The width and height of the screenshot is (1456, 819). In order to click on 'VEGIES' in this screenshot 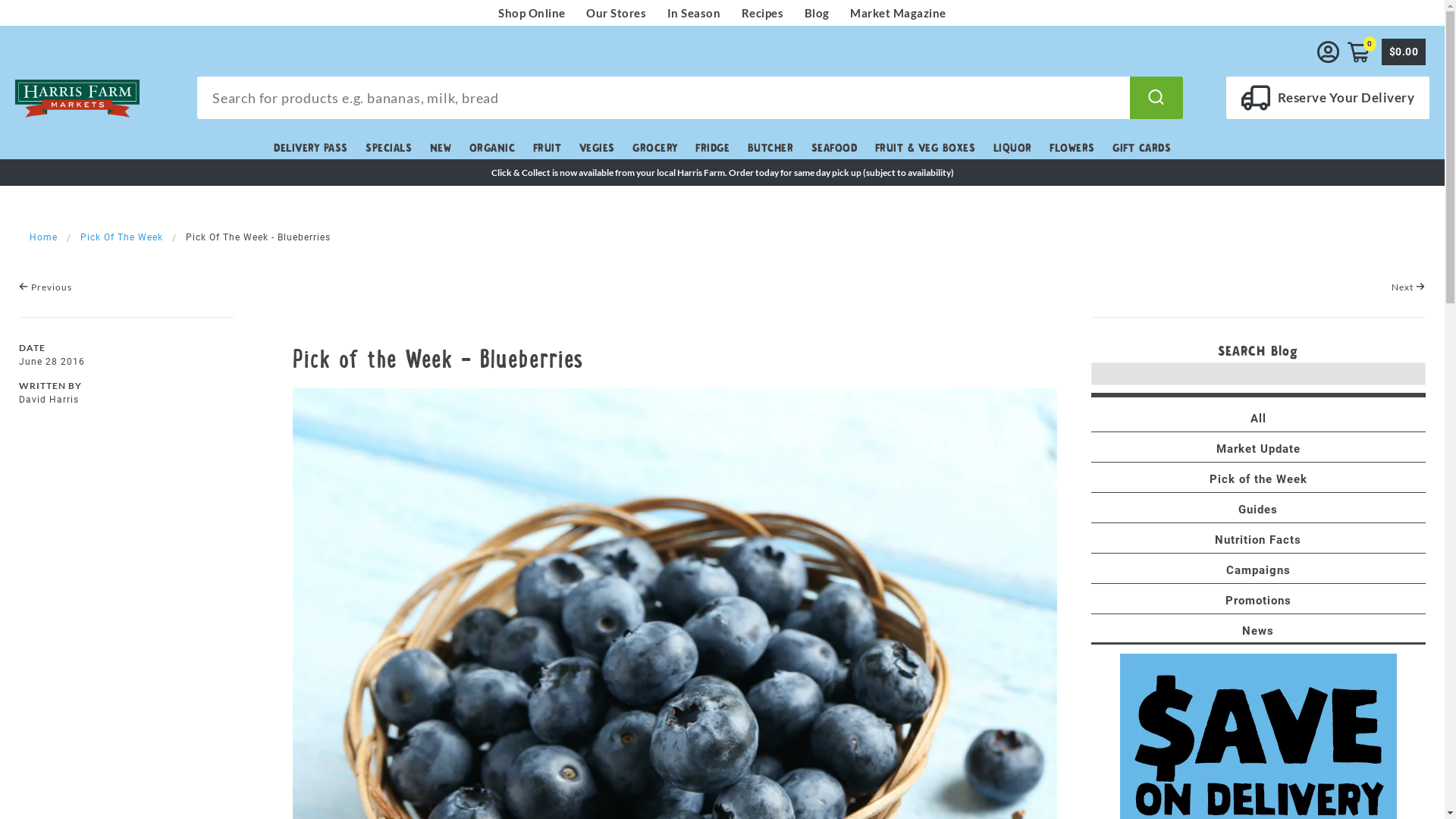, I will do `click(596, 148)`.